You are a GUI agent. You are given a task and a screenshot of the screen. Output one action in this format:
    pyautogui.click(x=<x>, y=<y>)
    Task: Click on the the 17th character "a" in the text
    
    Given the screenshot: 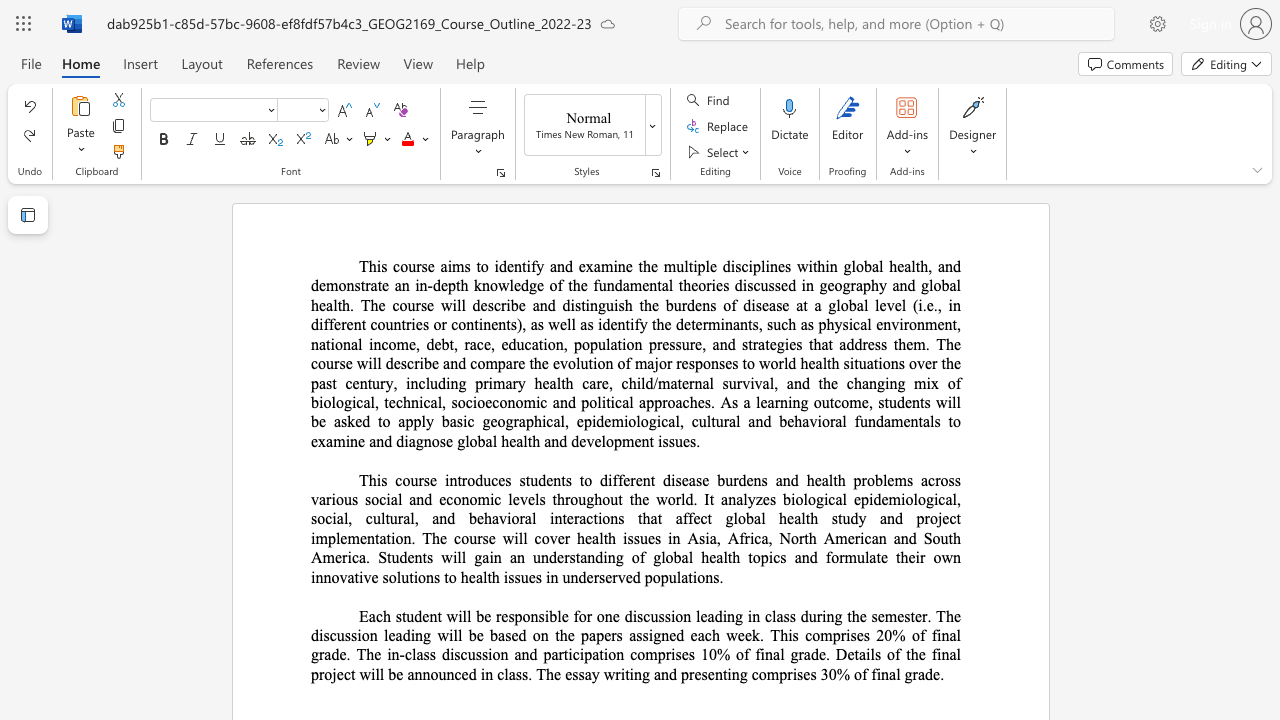 What is the action you would take?
    pyautogui.click(x=581, y=517)
    